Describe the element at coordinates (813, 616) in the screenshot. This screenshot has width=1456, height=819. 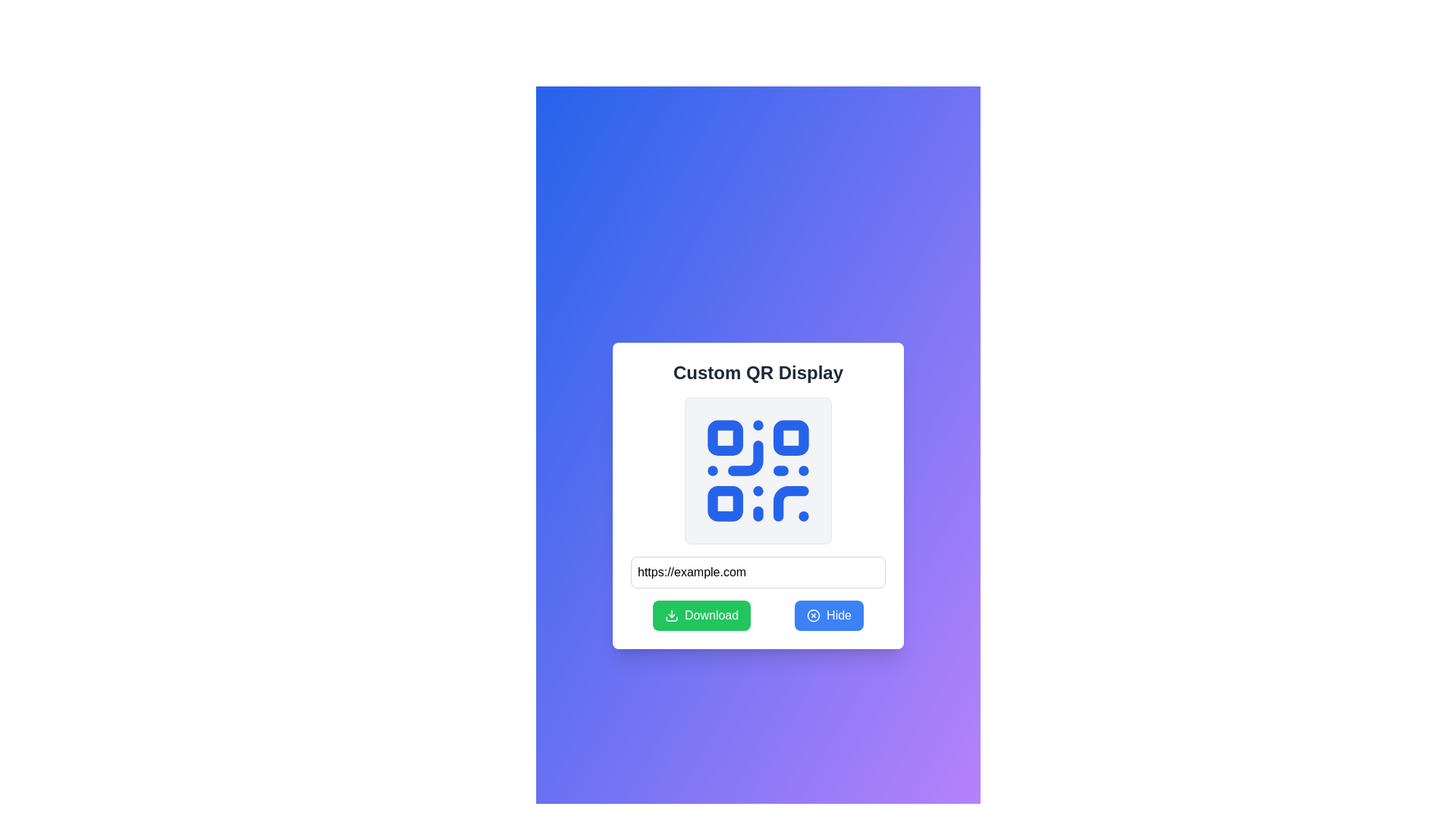
I see `the circular icon that is part of the 'Hide' button located at the bottom-right corner of the modal, which contains a QR code and associated controls` at that location.